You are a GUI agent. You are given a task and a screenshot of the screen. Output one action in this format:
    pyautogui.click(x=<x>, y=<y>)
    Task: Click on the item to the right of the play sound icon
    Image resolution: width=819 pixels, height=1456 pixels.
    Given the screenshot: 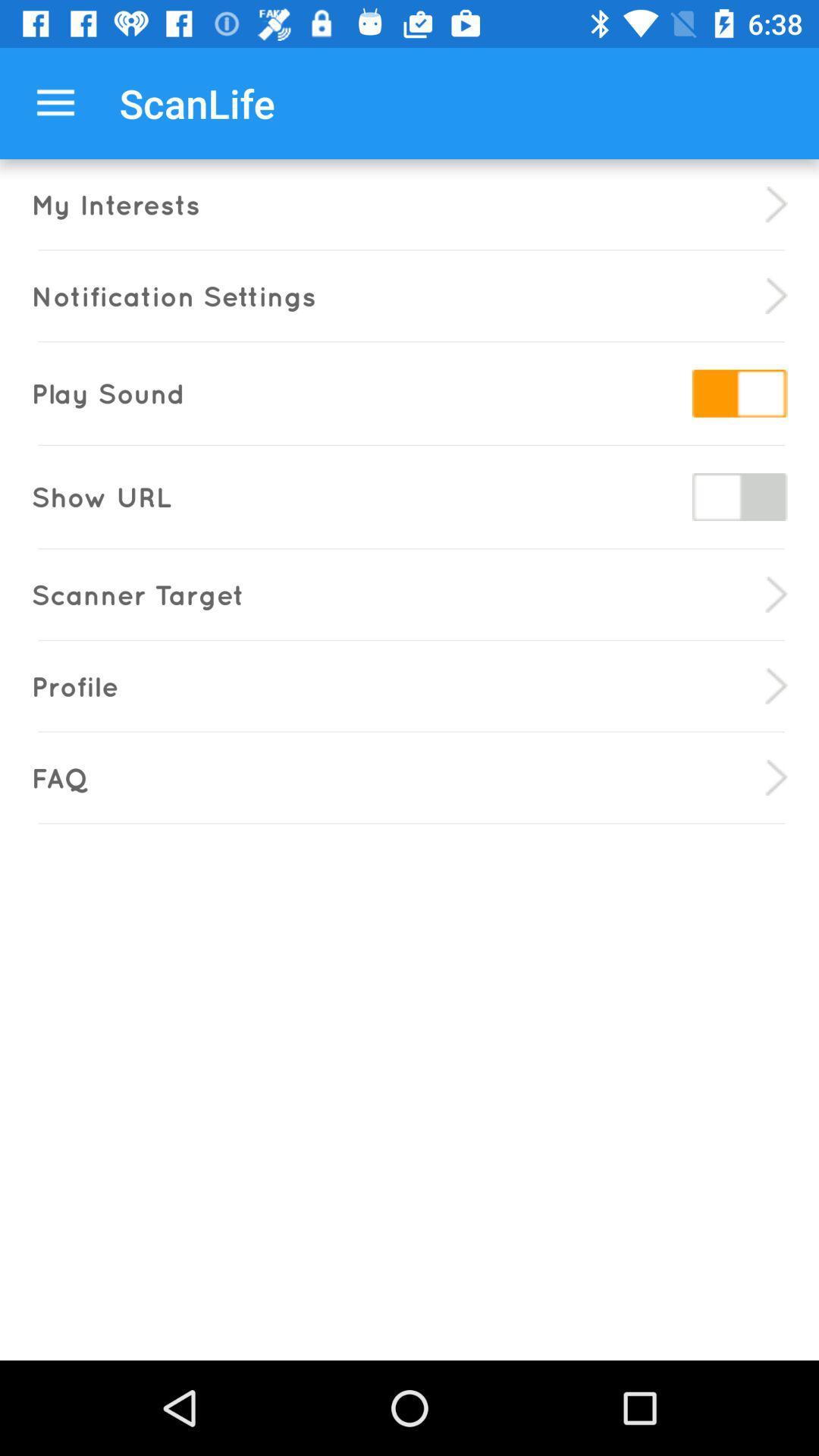 What is the action you would take?
    pyautogui.click(x=739, y=393)
    